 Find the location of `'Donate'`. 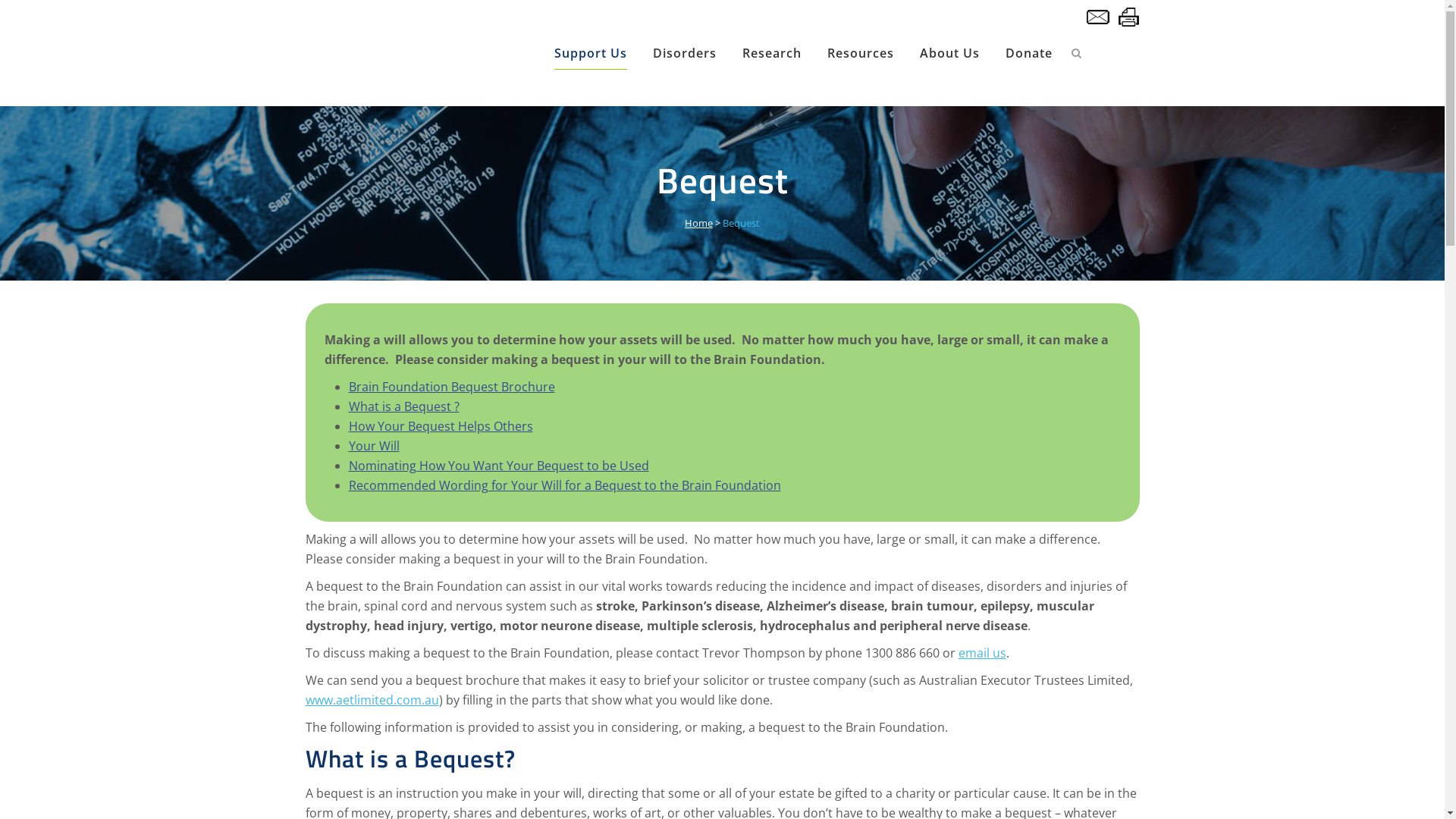

'Donate' is located at coordinates (1028, 52).